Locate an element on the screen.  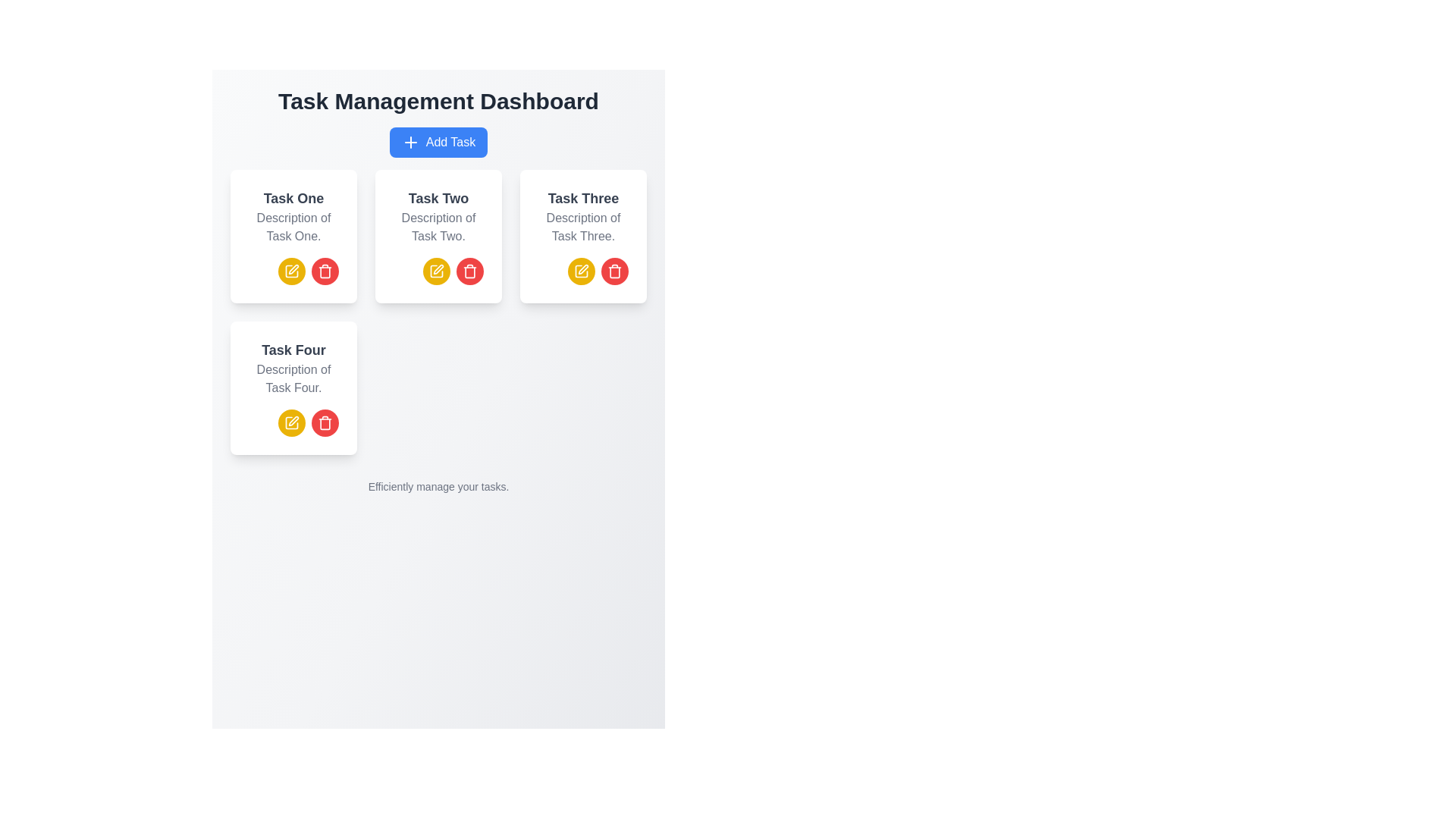
the delete button located at the bottom-right corner of the task card labeled 'Task Four' is located at coordinates (324, 423).